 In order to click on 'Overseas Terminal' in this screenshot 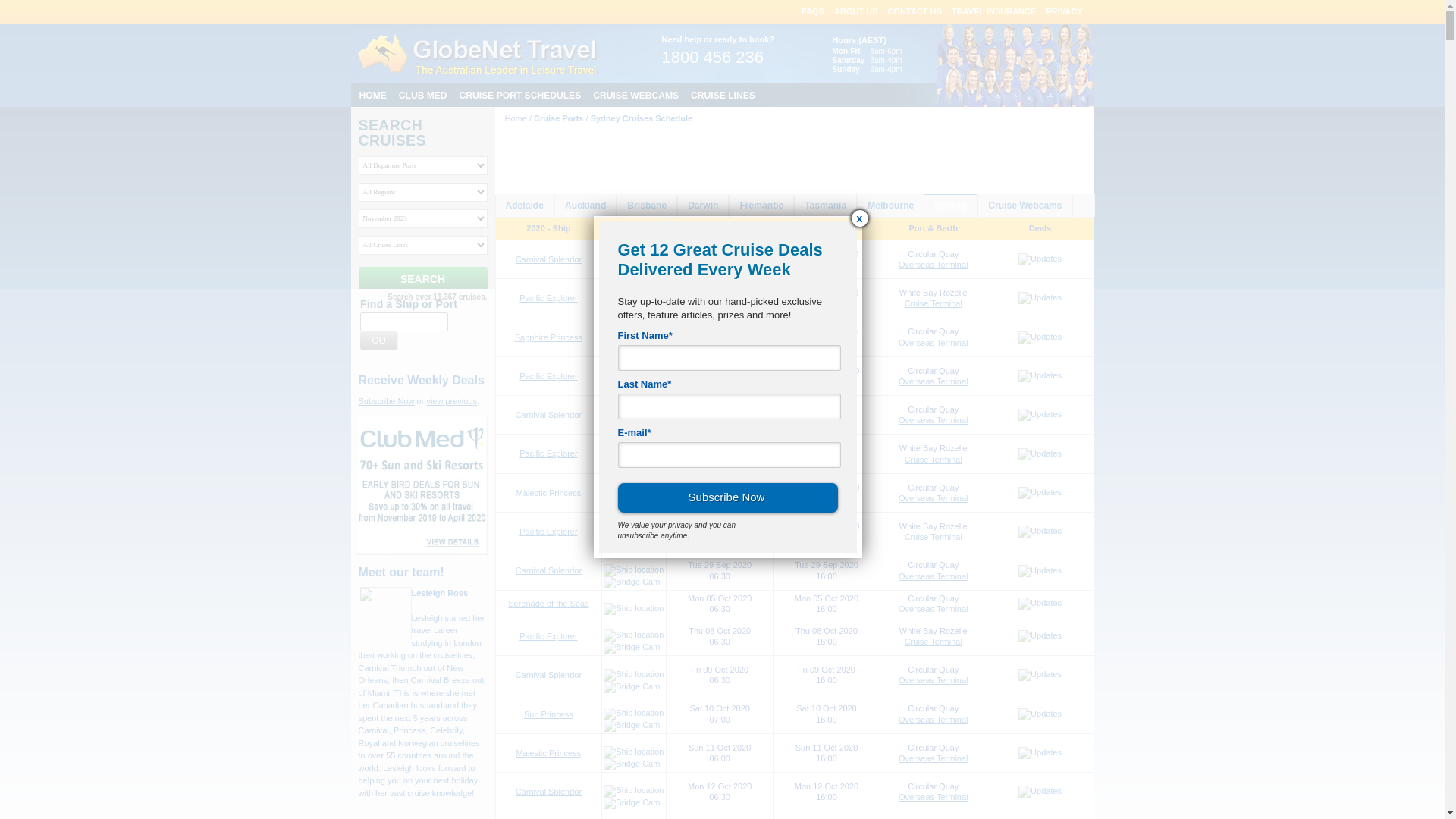, I will do `click(932, 342)`.